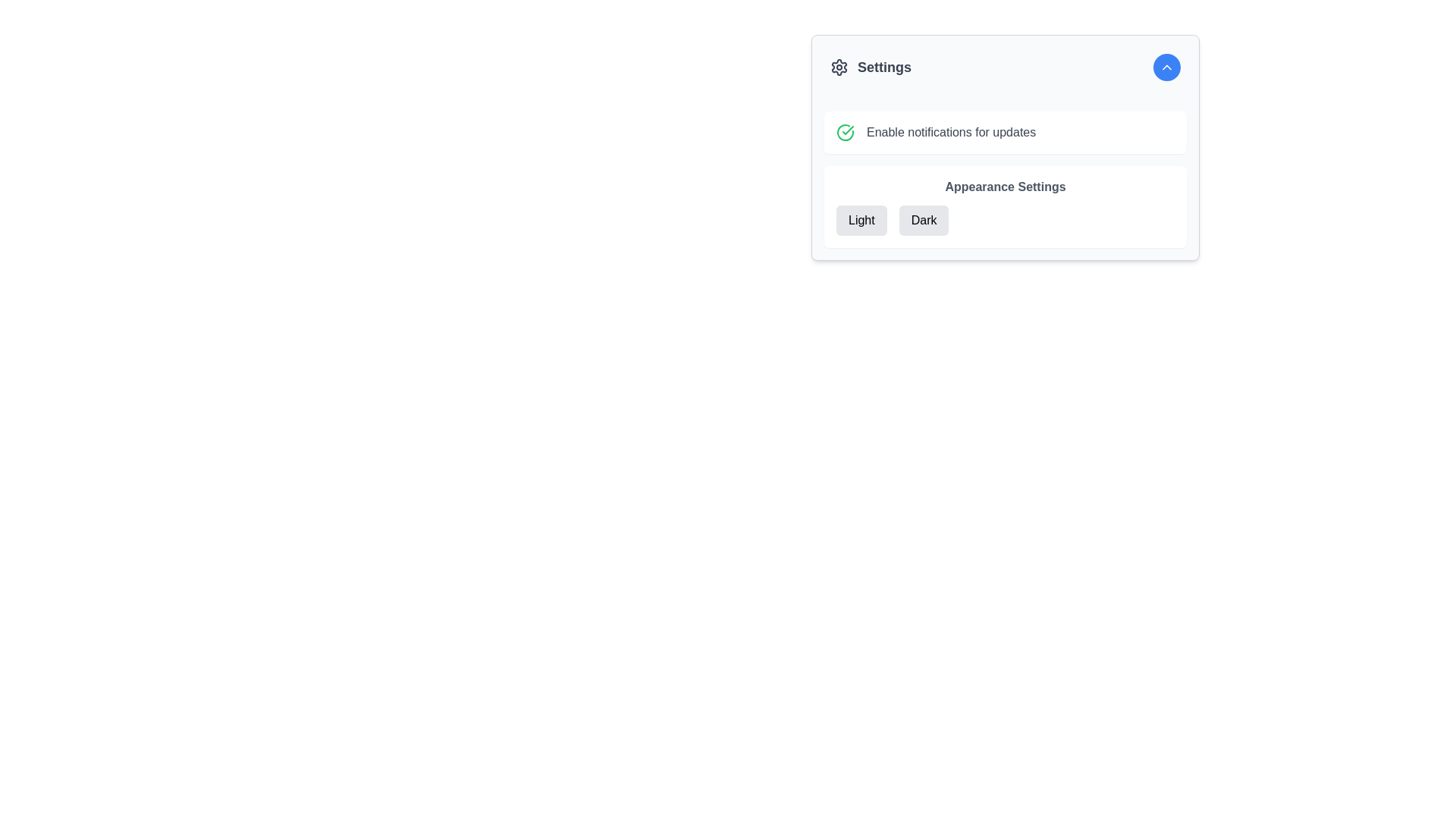 The image size is (1456, 819). Describe the element at coordinates (884, 66) in the screenshot. I see `the descriptive label located in the top-left corner of the settings section, which is positioned to the right of a gear icon` at that location.